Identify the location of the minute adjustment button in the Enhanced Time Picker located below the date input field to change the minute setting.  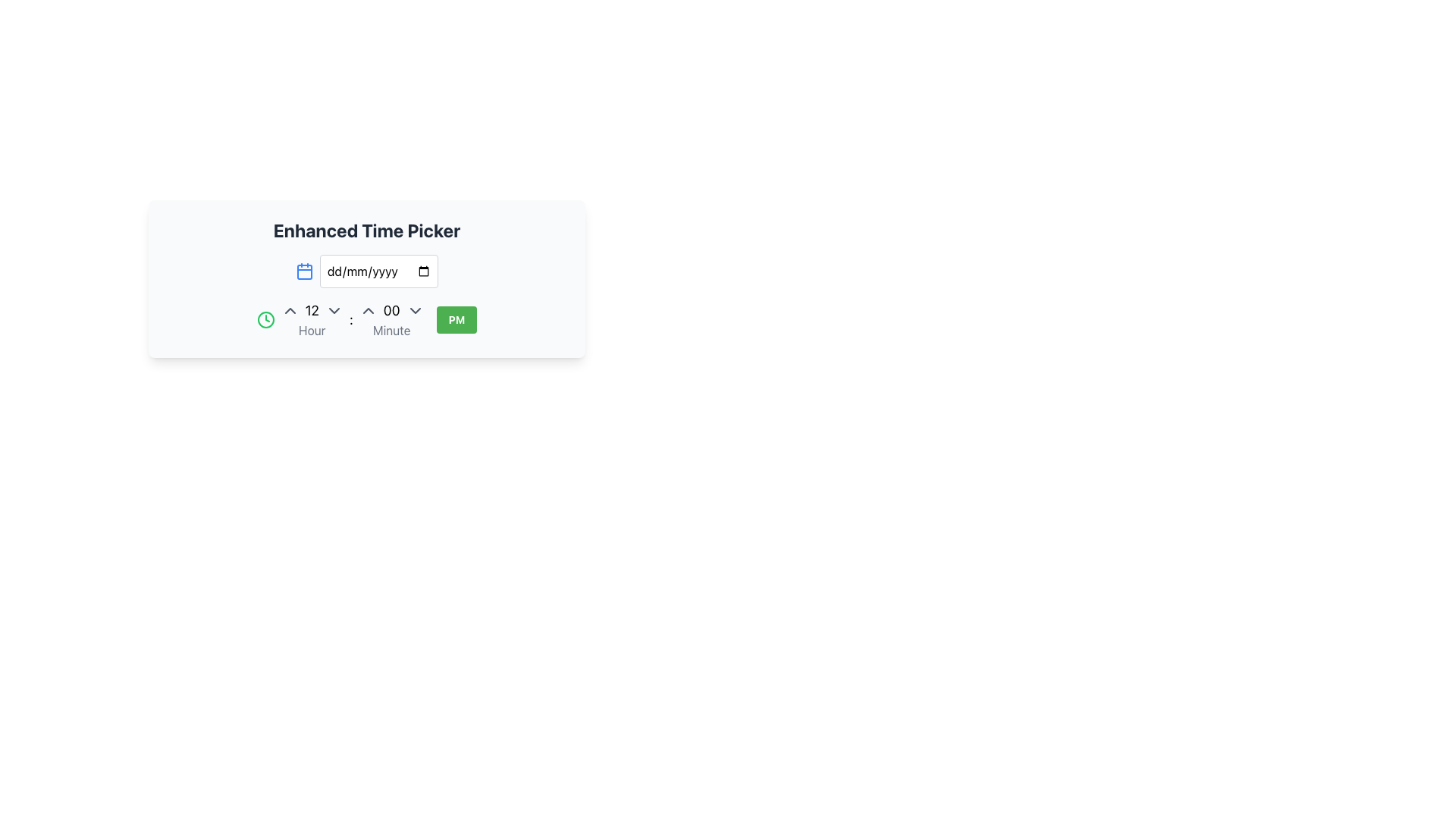
(367, 297).